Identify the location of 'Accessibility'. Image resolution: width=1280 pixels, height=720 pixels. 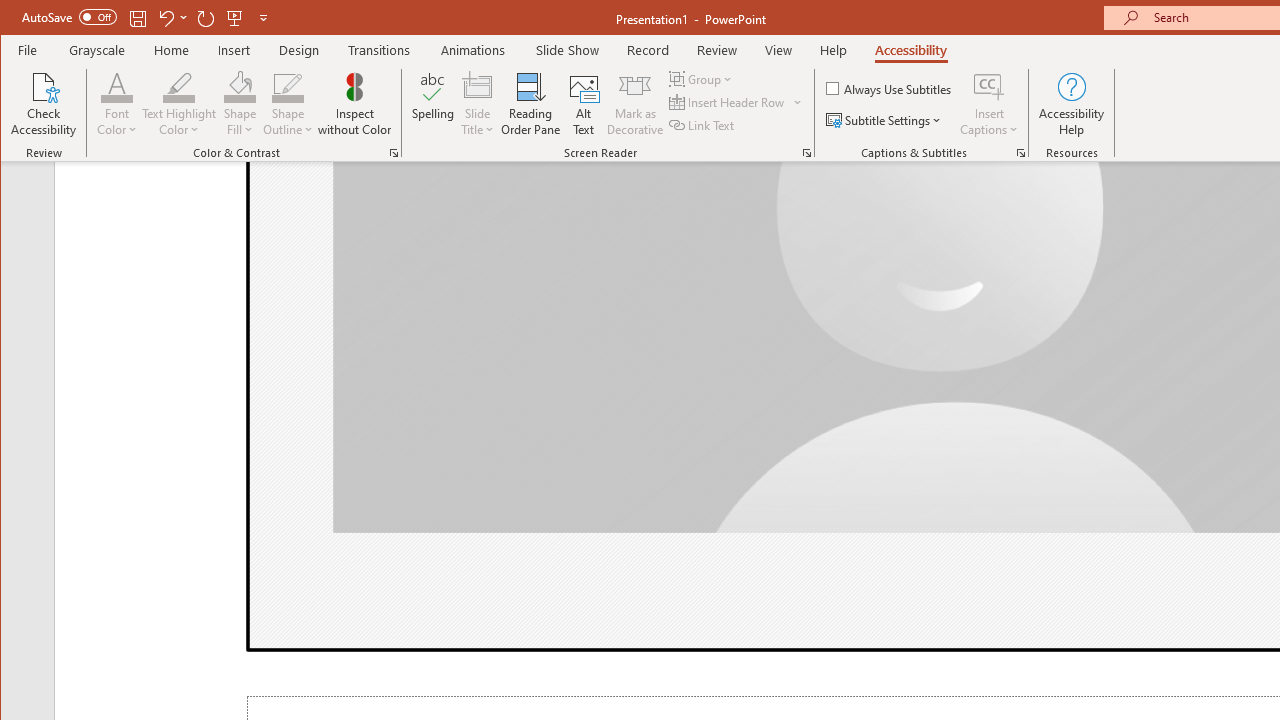
(909, 49).